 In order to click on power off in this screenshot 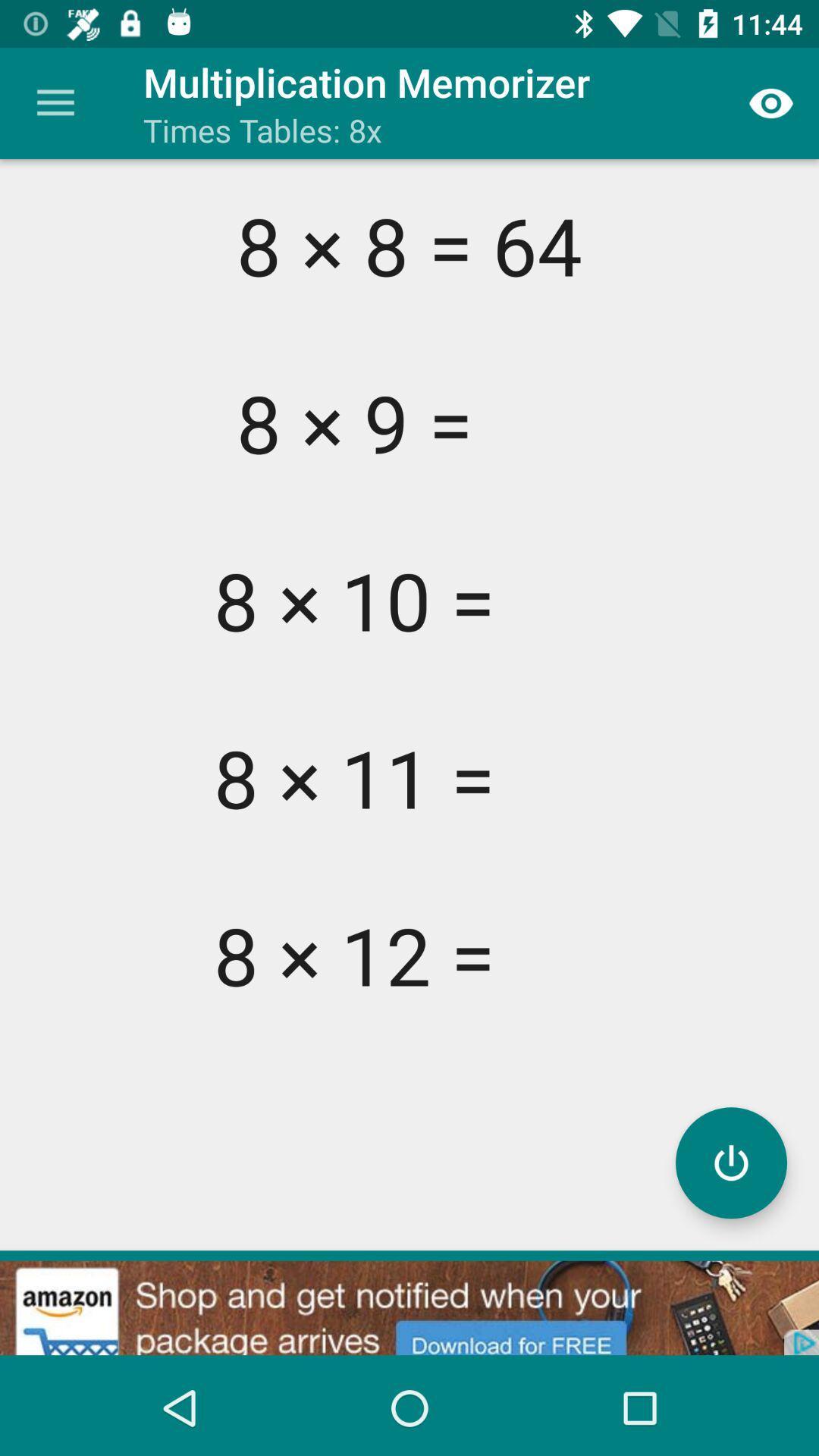, I will do `click(730, 1162)`.